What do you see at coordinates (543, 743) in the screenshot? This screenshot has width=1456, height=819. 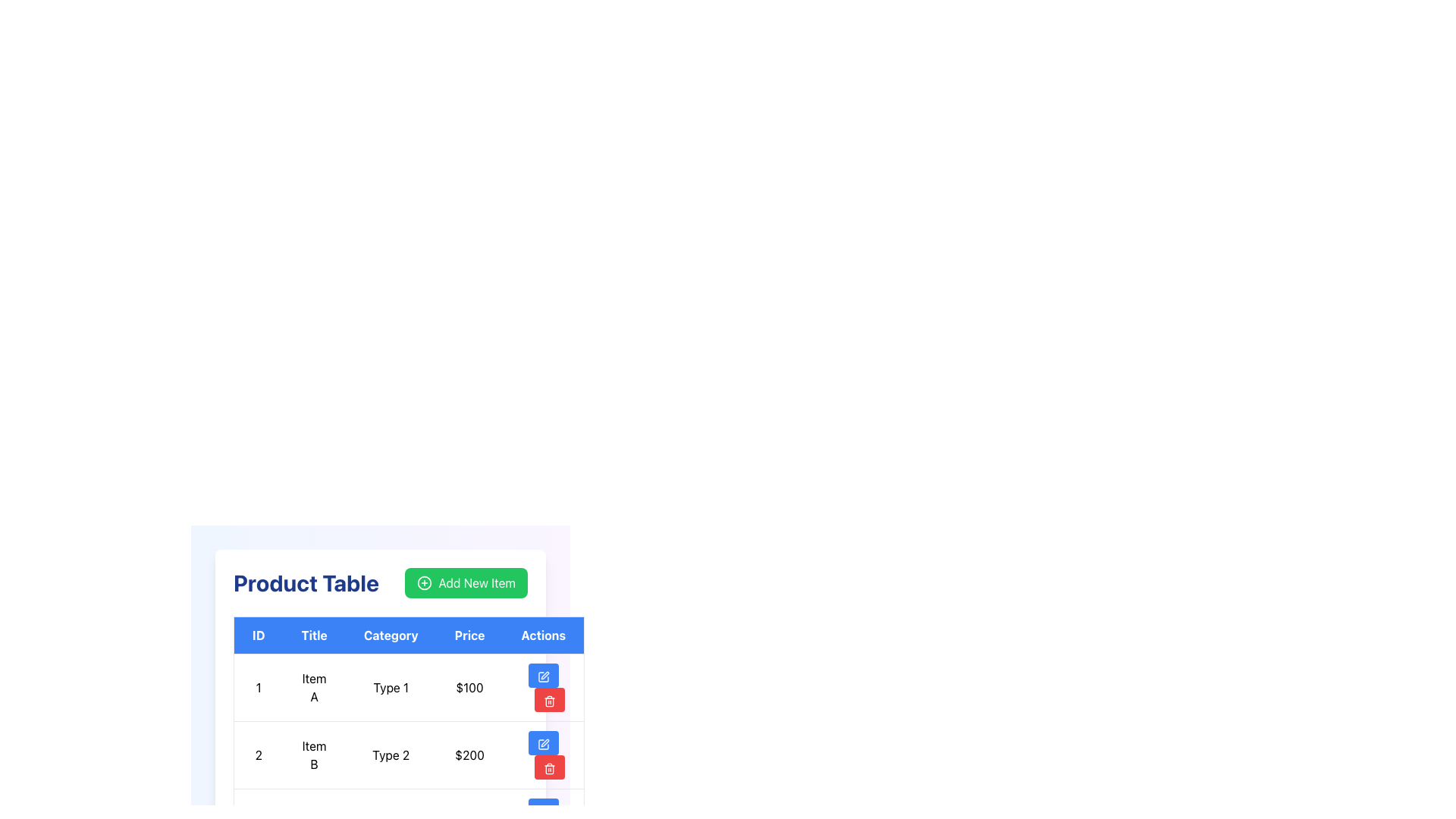 I see `the blue icon in the second row of the 'Actions' column in the data table` at bounding box center [543, 743].